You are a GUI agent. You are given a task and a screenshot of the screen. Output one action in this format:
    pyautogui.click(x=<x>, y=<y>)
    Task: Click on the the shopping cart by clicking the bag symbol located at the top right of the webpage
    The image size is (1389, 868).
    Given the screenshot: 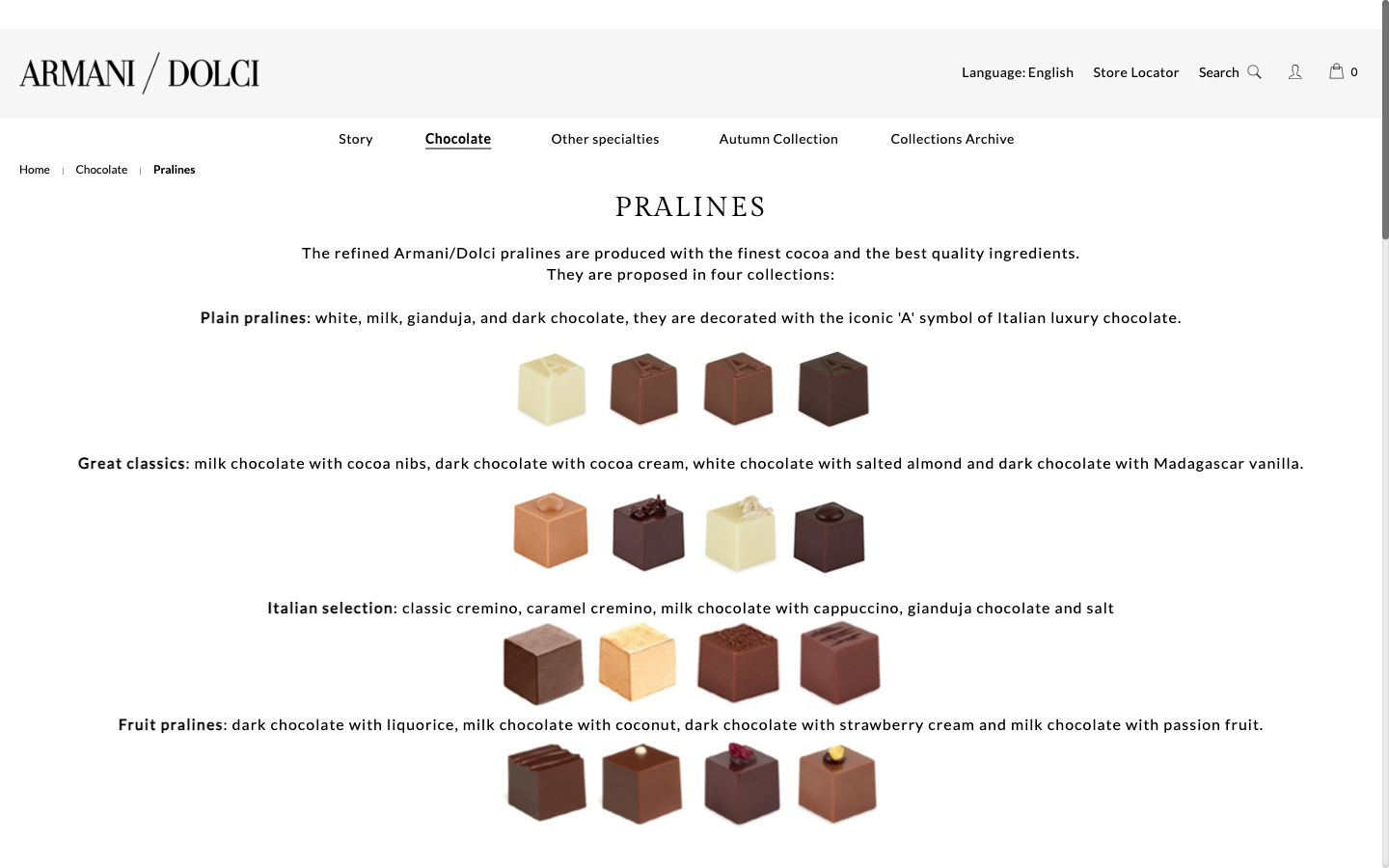 What is the action you would take?
    pyautogui.click(x=1336, y=69)
    